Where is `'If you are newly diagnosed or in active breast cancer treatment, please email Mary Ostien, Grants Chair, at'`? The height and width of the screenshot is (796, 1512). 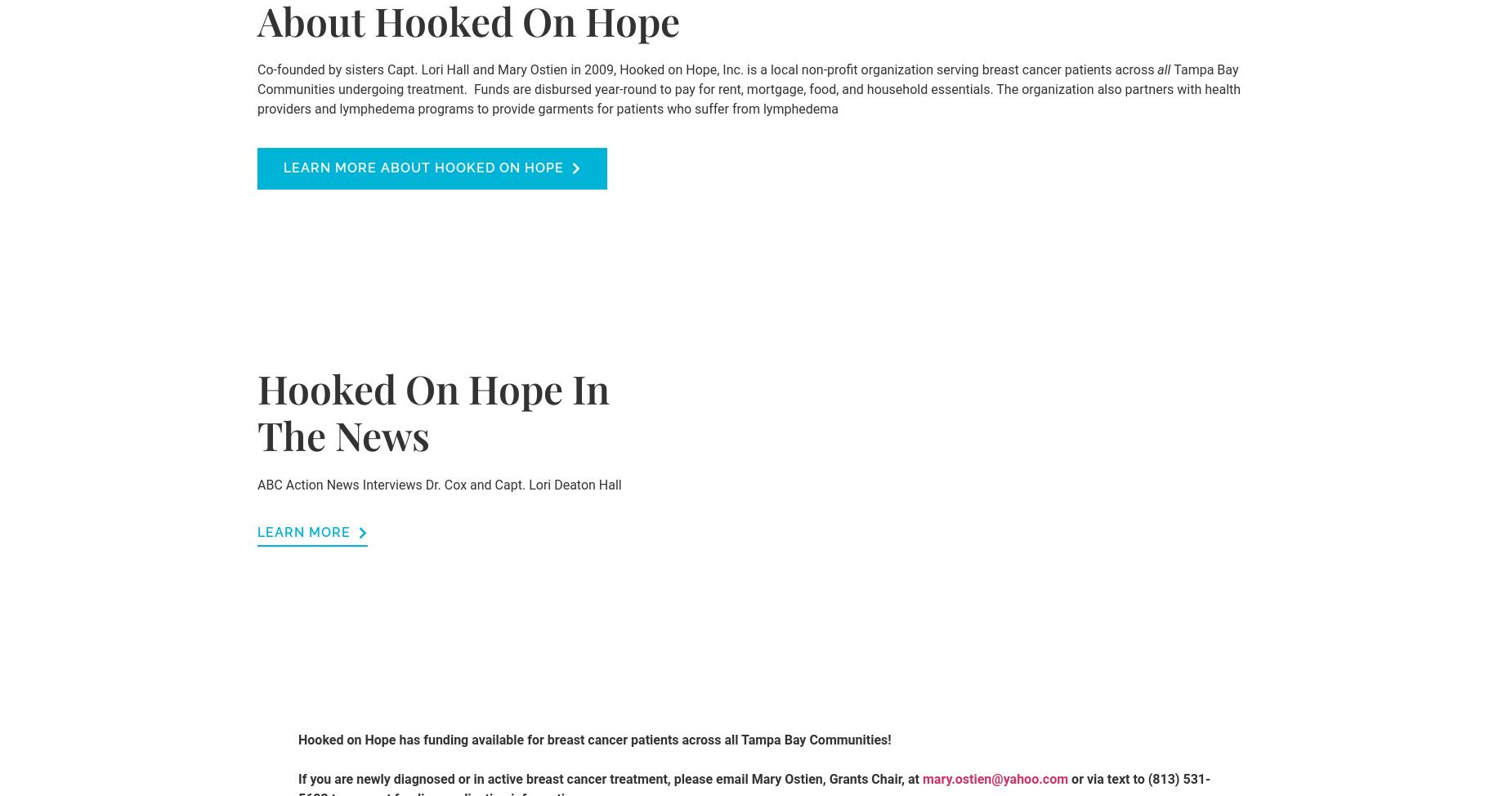 'If you are newly diagnosed or in active breast cancer treatment, please email Mary Ostien, Grants Chair, at' is located at coordinates (610, 777).